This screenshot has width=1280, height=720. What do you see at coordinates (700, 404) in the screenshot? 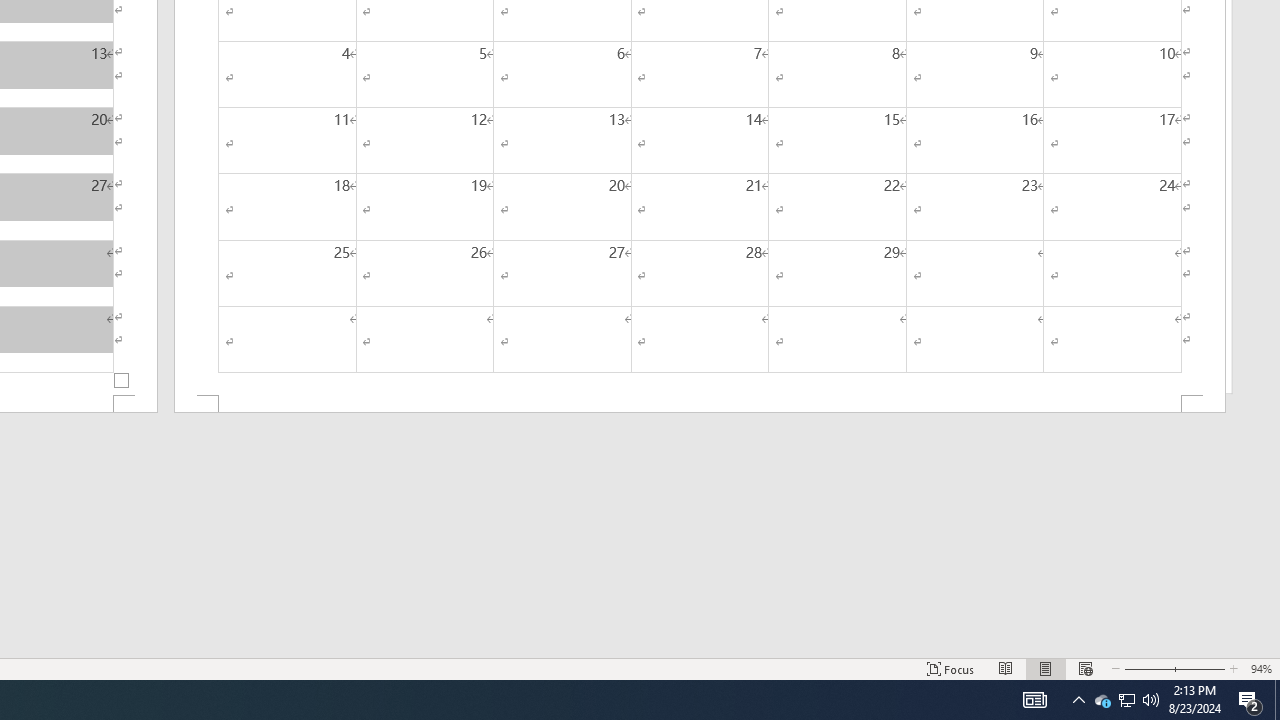
I see `'Footer -Section 2-'` at bounding box center [700, 404].